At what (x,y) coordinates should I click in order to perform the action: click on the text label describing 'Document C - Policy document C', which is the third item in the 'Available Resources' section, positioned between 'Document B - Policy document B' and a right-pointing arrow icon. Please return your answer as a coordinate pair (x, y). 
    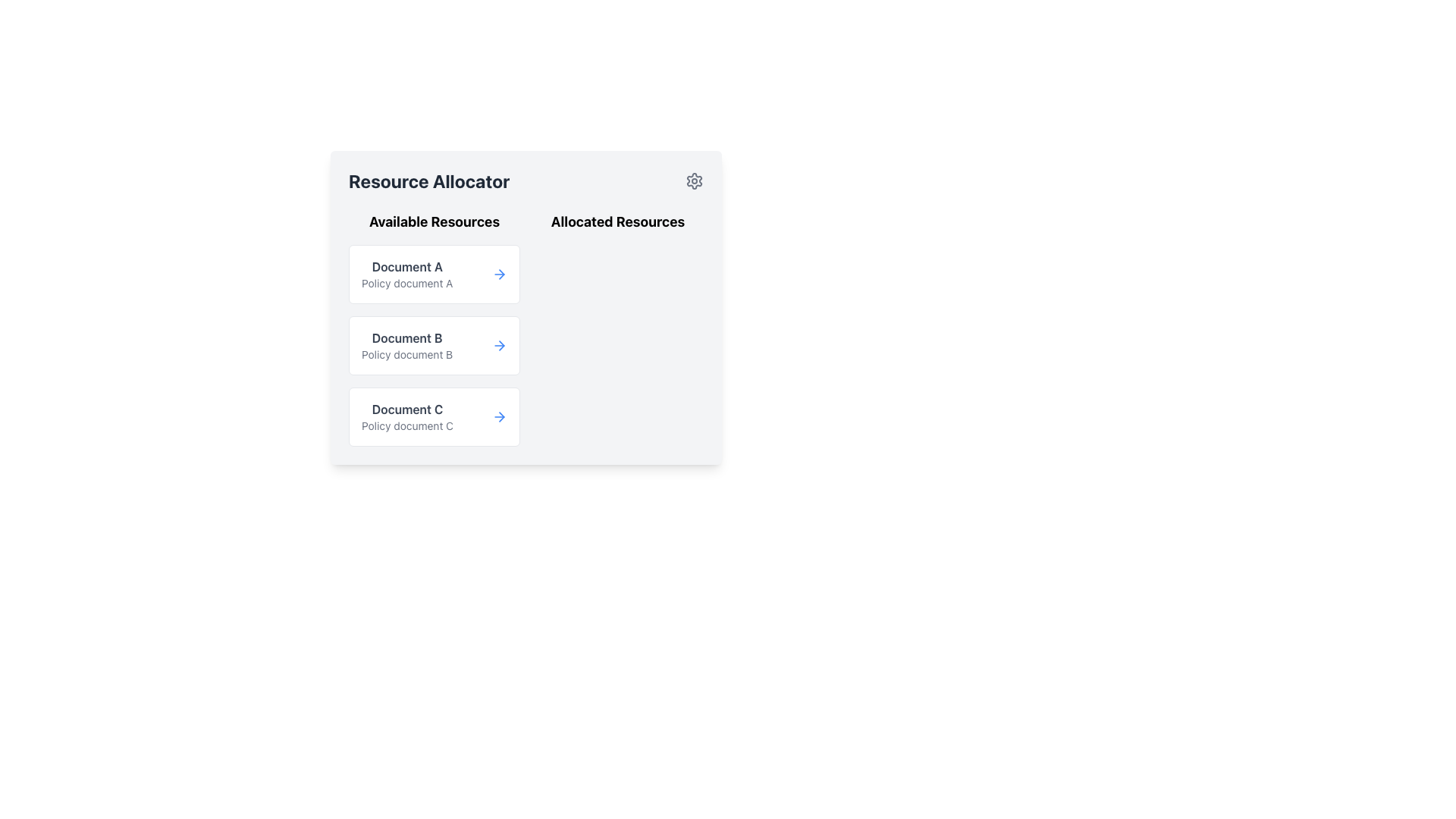
    Looking at the image, I should click on (407, 417).